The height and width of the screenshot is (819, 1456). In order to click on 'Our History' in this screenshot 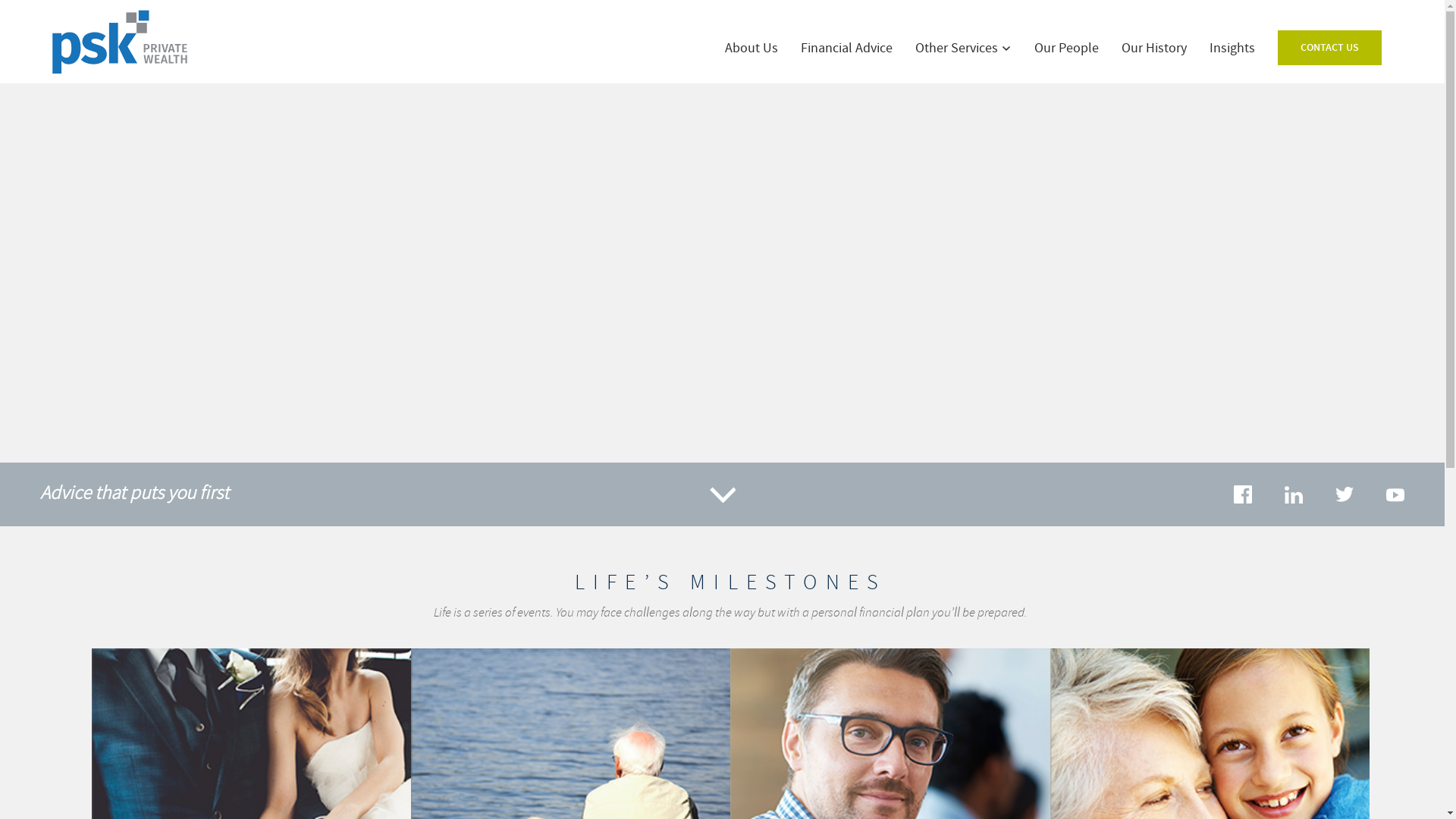, I will do `click(1153, 48)`.